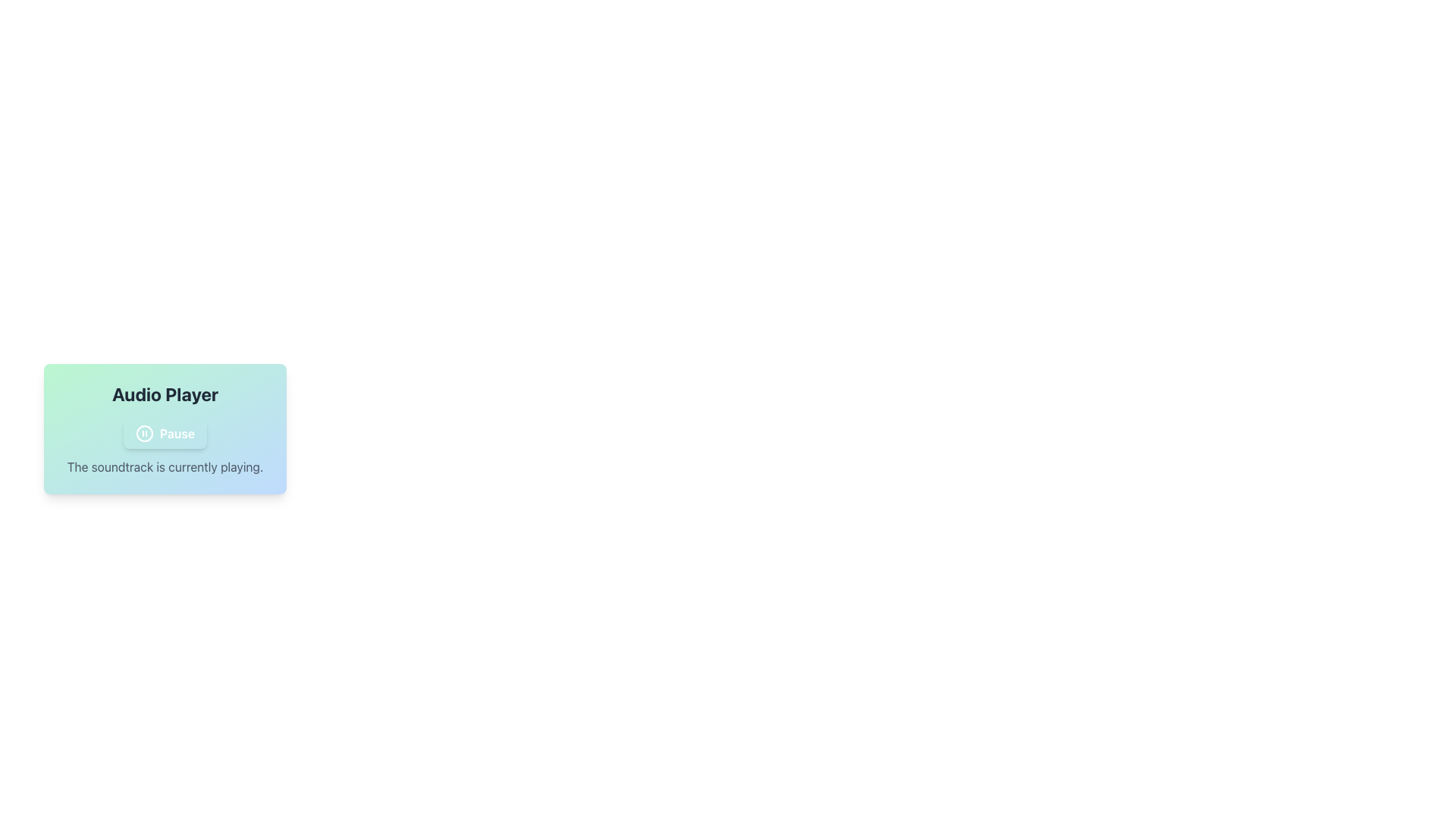 The image size is (1456, 819). Describe the element at coordinates (165, 394) in the screenshot. I see `the 'Audio Player' text label, which is styled in bold and large font, located at the top-center of the gradient background card` at that location.